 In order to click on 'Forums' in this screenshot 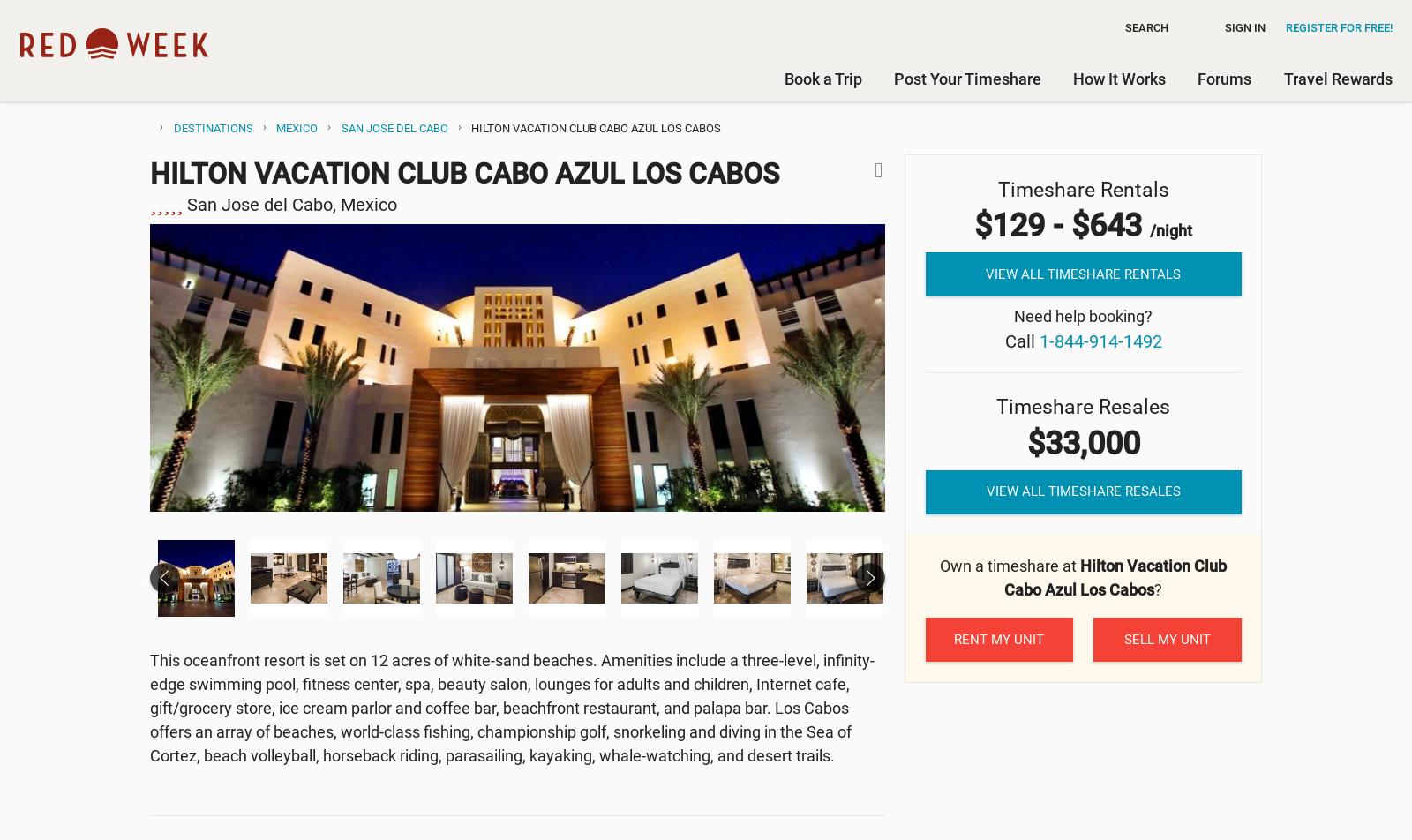, I will do `click(1223, 79)`.